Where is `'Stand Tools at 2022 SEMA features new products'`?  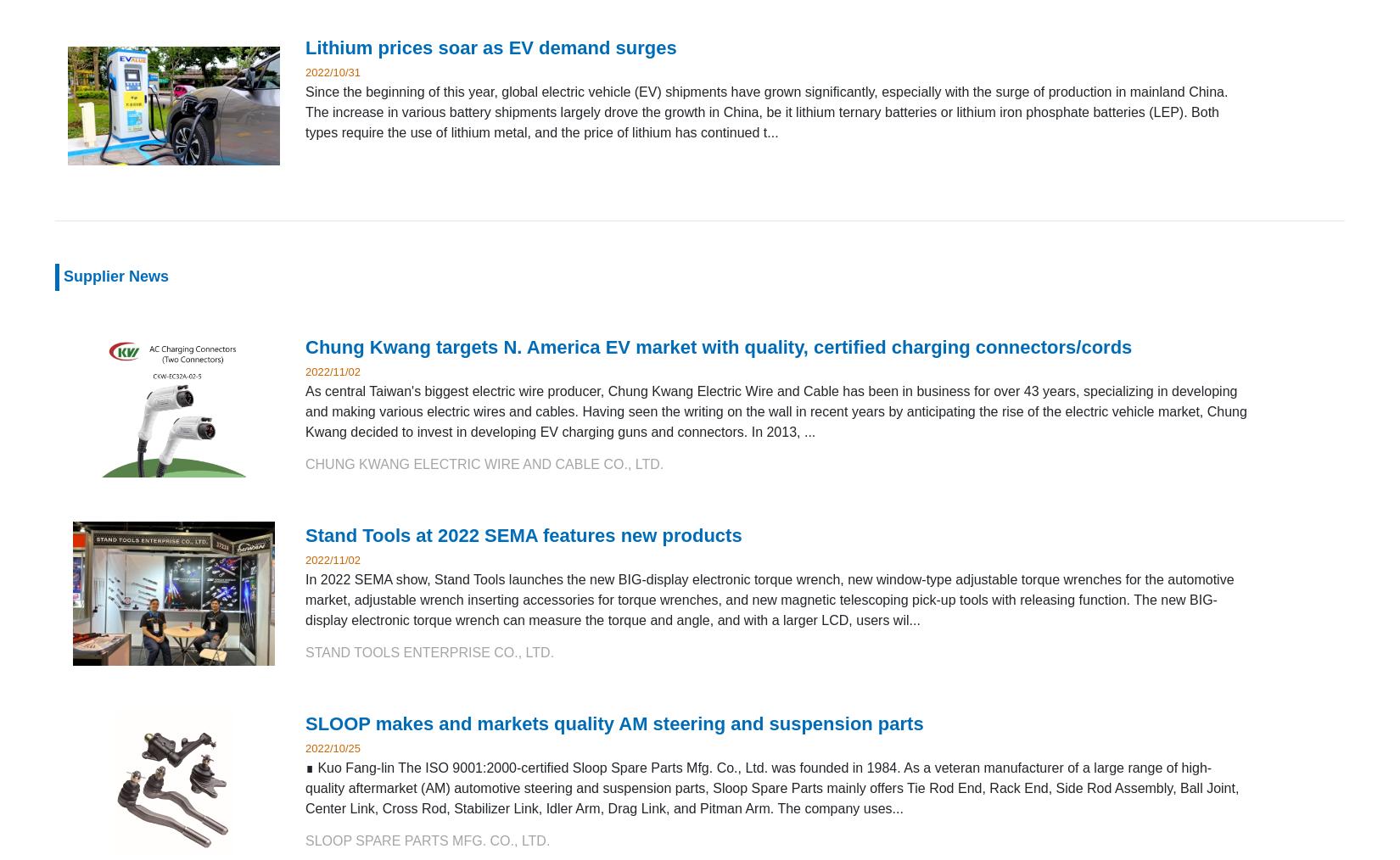 'Stand Tools at 2022 SEMA features new products' is located at coordinates (305, 534).